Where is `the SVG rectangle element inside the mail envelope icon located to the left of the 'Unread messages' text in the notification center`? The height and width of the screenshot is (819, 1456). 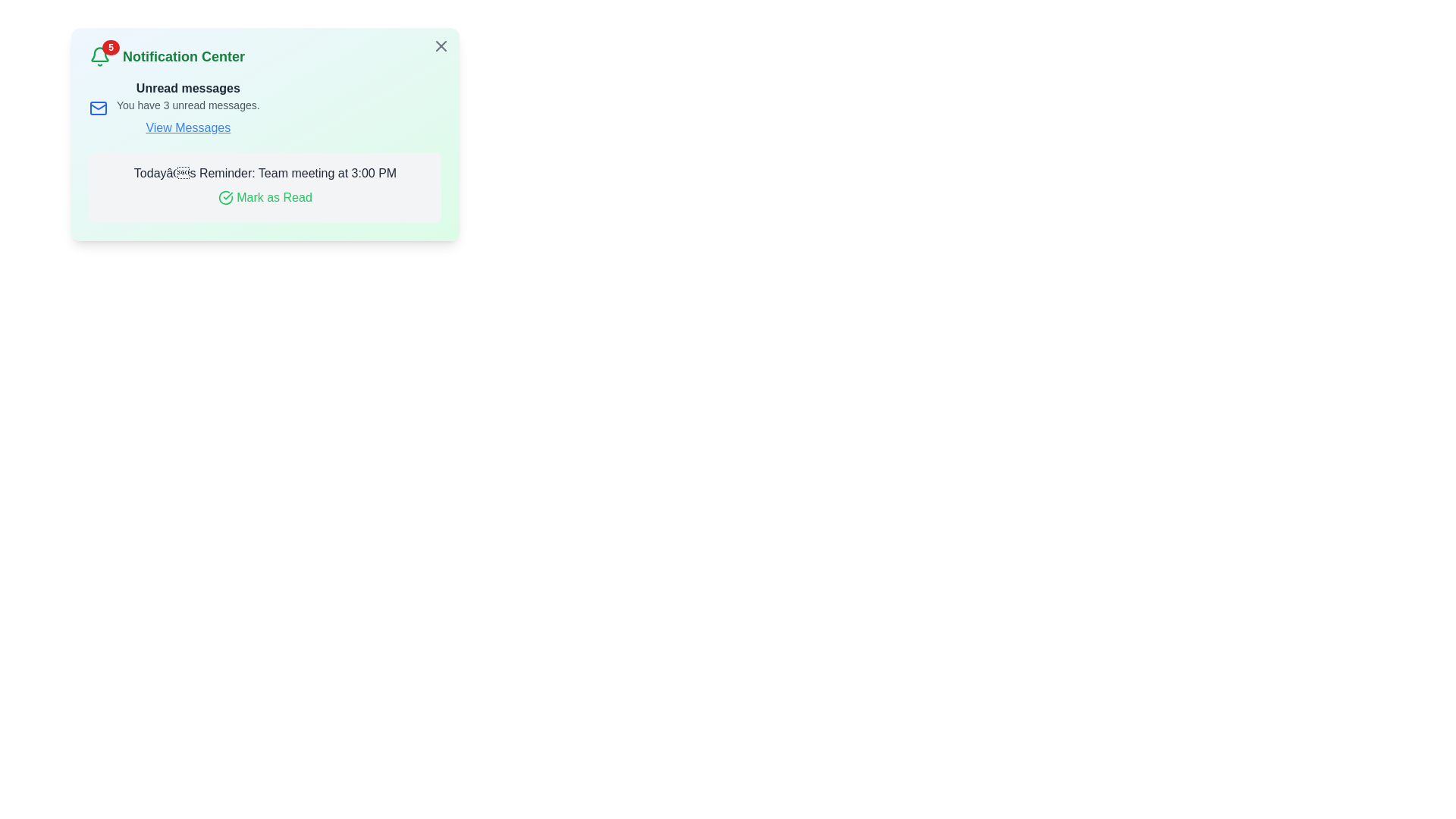
the SVG rectangle element inside the mail envelope icon located to the left of the 'Unread messages' text in the notification center is located at coordinates (97, 107).